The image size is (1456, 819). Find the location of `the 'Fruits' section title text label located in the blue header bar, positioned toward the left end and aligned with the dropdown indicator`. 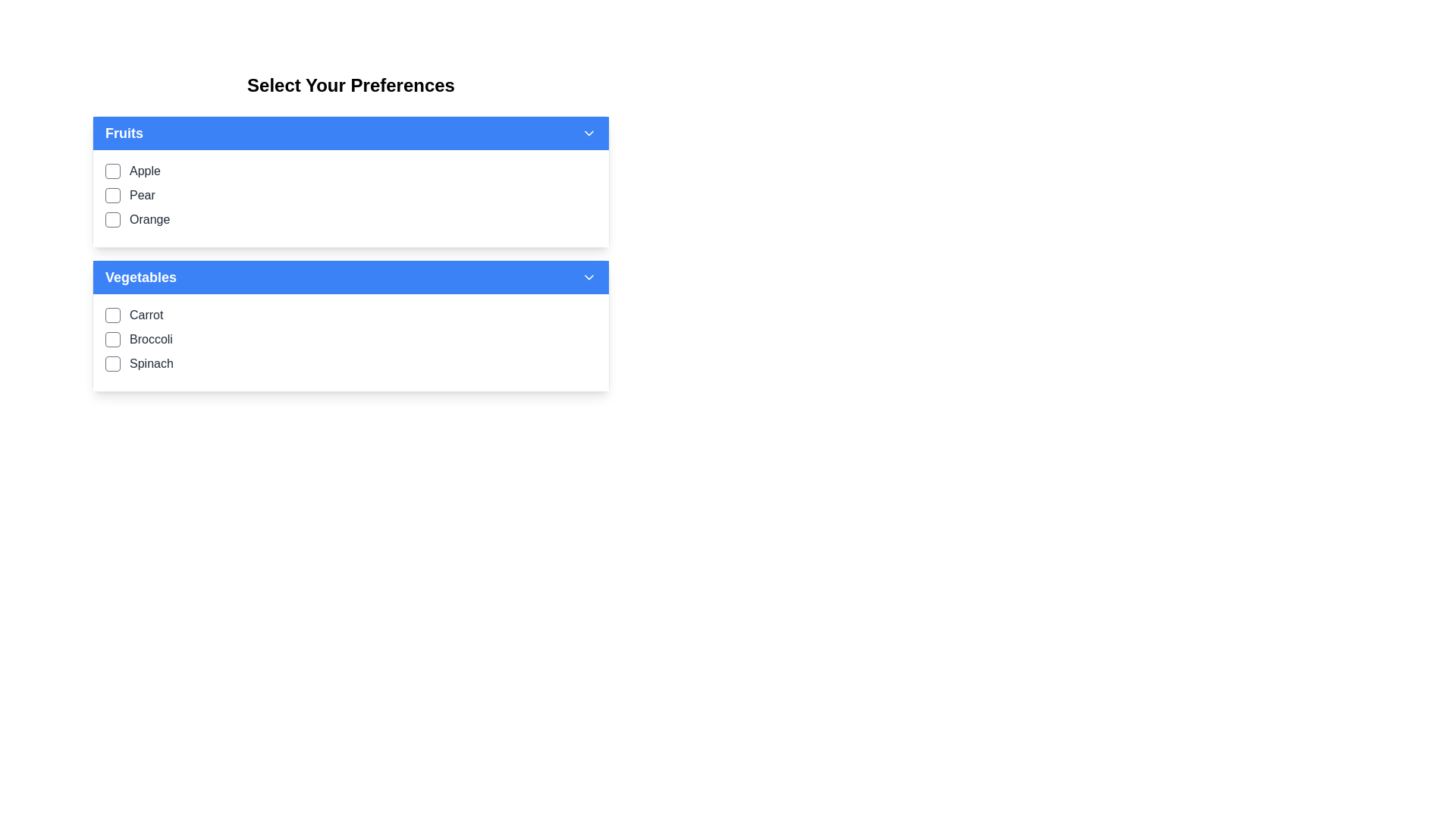

the 'Fruits' section title text label located in the blue header bar, positioned toward the left end and aligned with the dropdown indicator is located at coordinates (124, 133).